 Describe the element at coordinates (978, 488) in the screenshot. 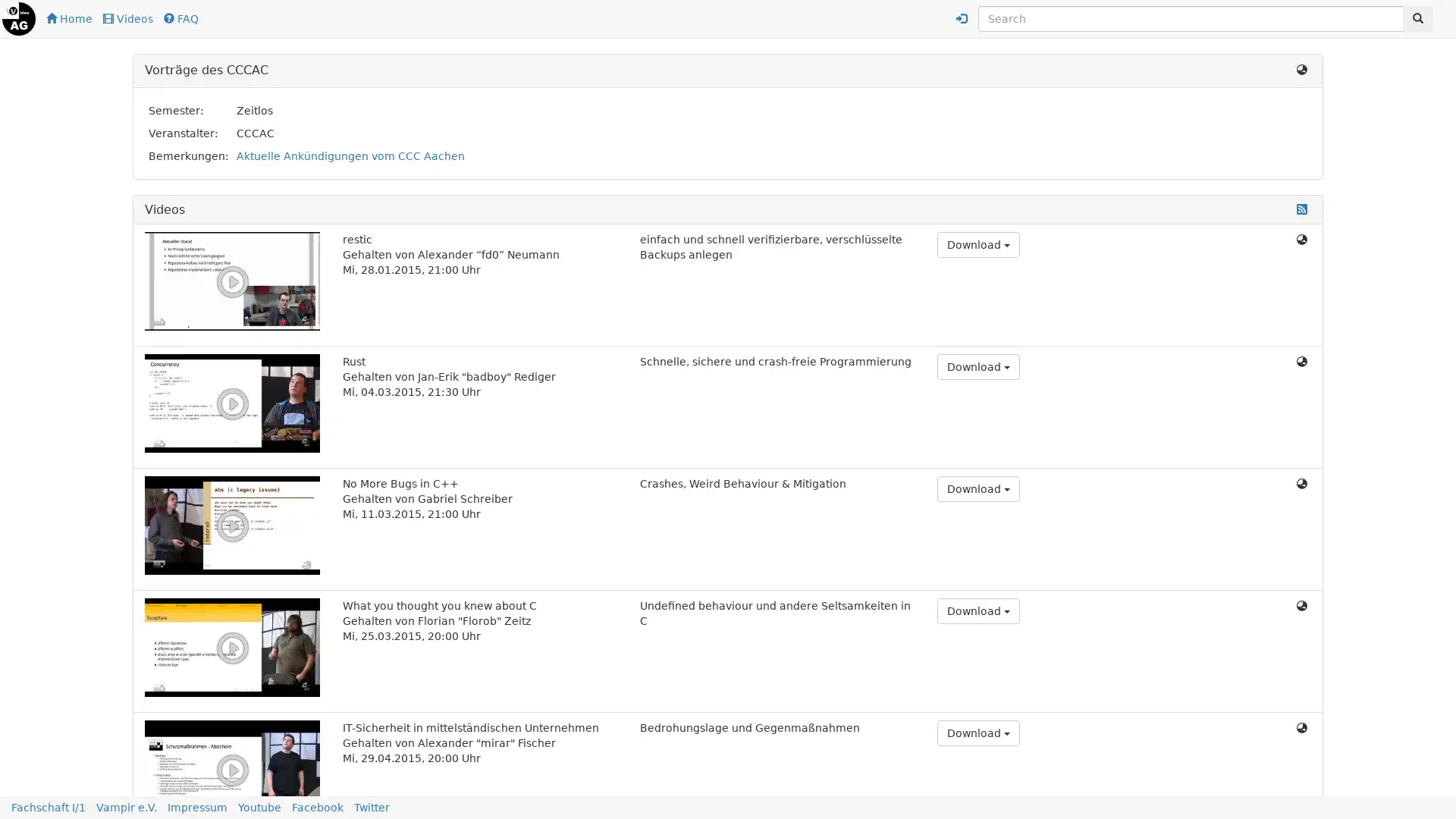

I see `Download` at that location.